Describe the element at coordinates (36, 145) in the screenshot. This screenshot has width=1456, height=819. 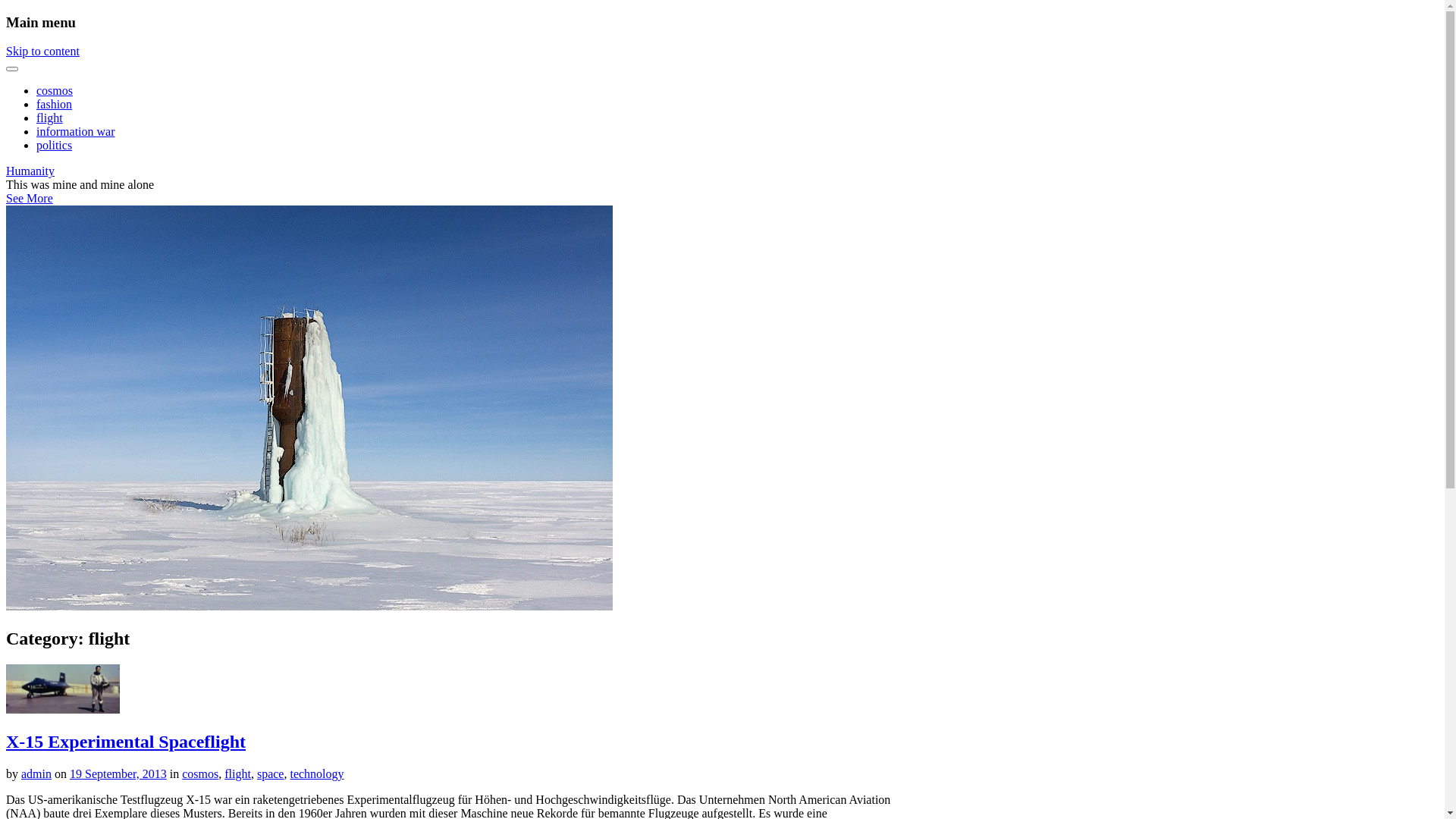
I see `'politics'` at that location.